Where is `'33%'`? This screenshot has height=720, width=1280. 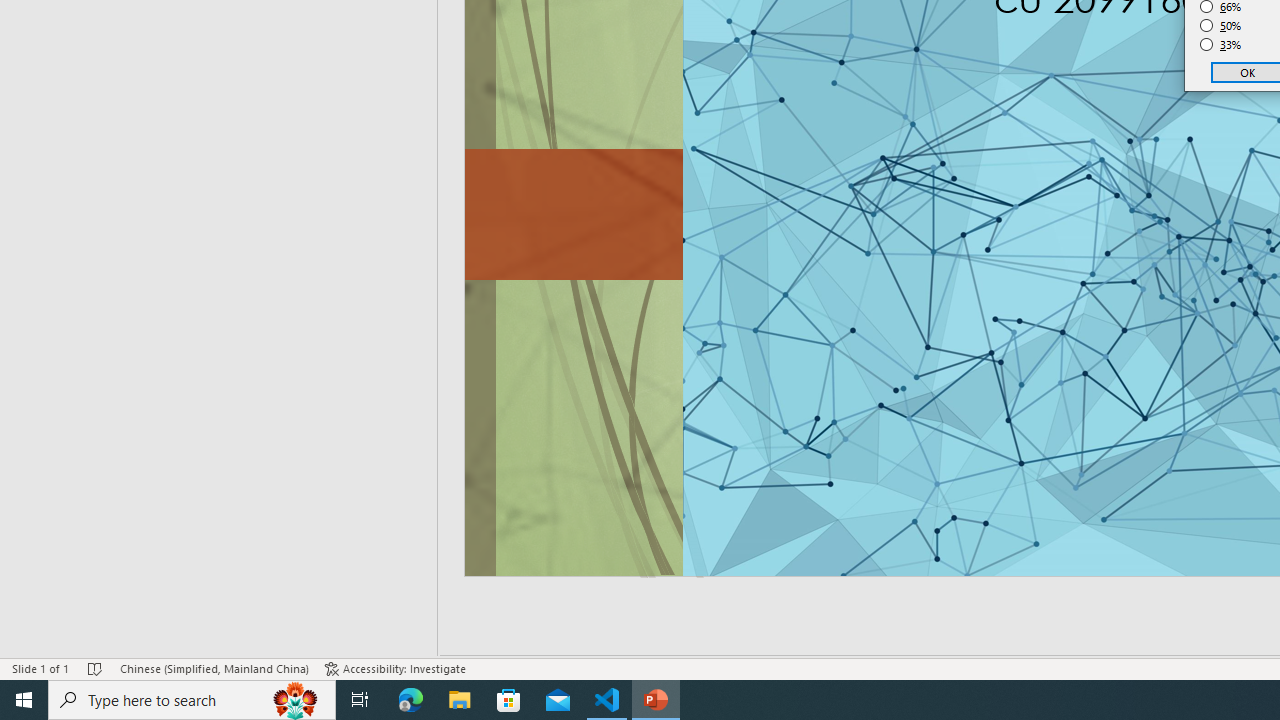
'33%' is located at coordinates (1220, 45).